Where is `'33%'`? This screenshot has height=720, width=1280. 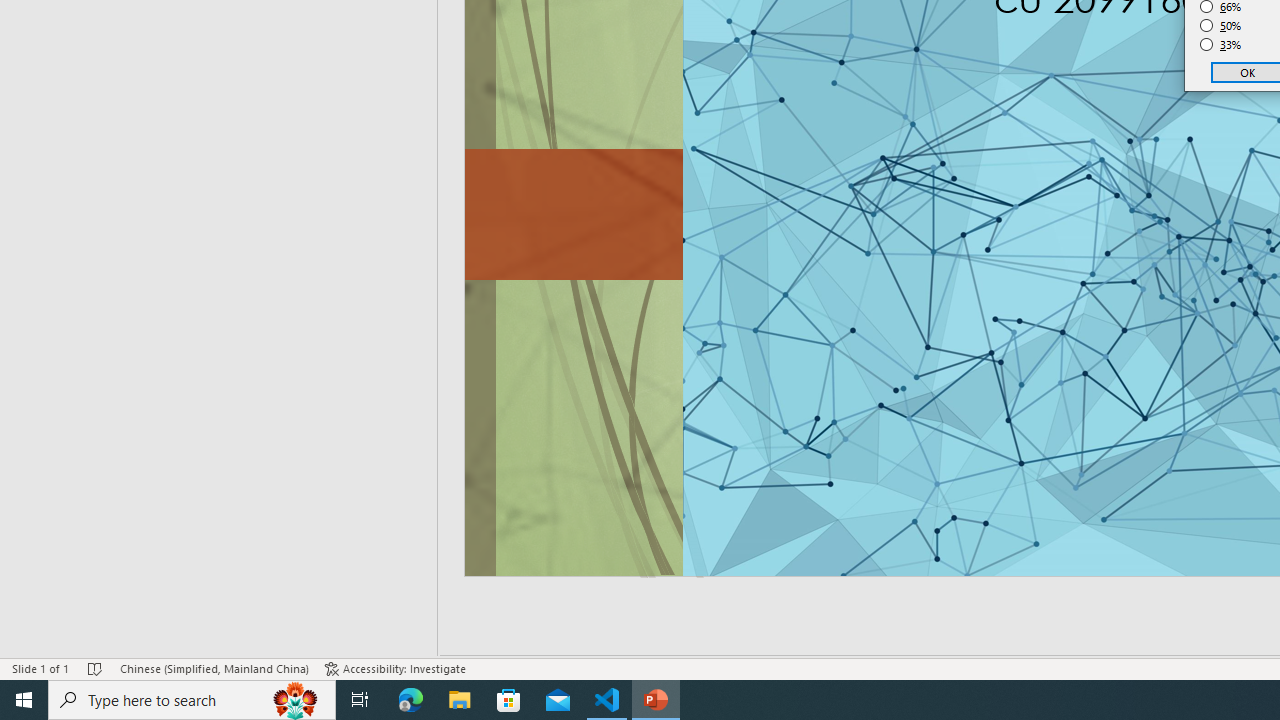
'33%' is located at coordinates (1220, 45).